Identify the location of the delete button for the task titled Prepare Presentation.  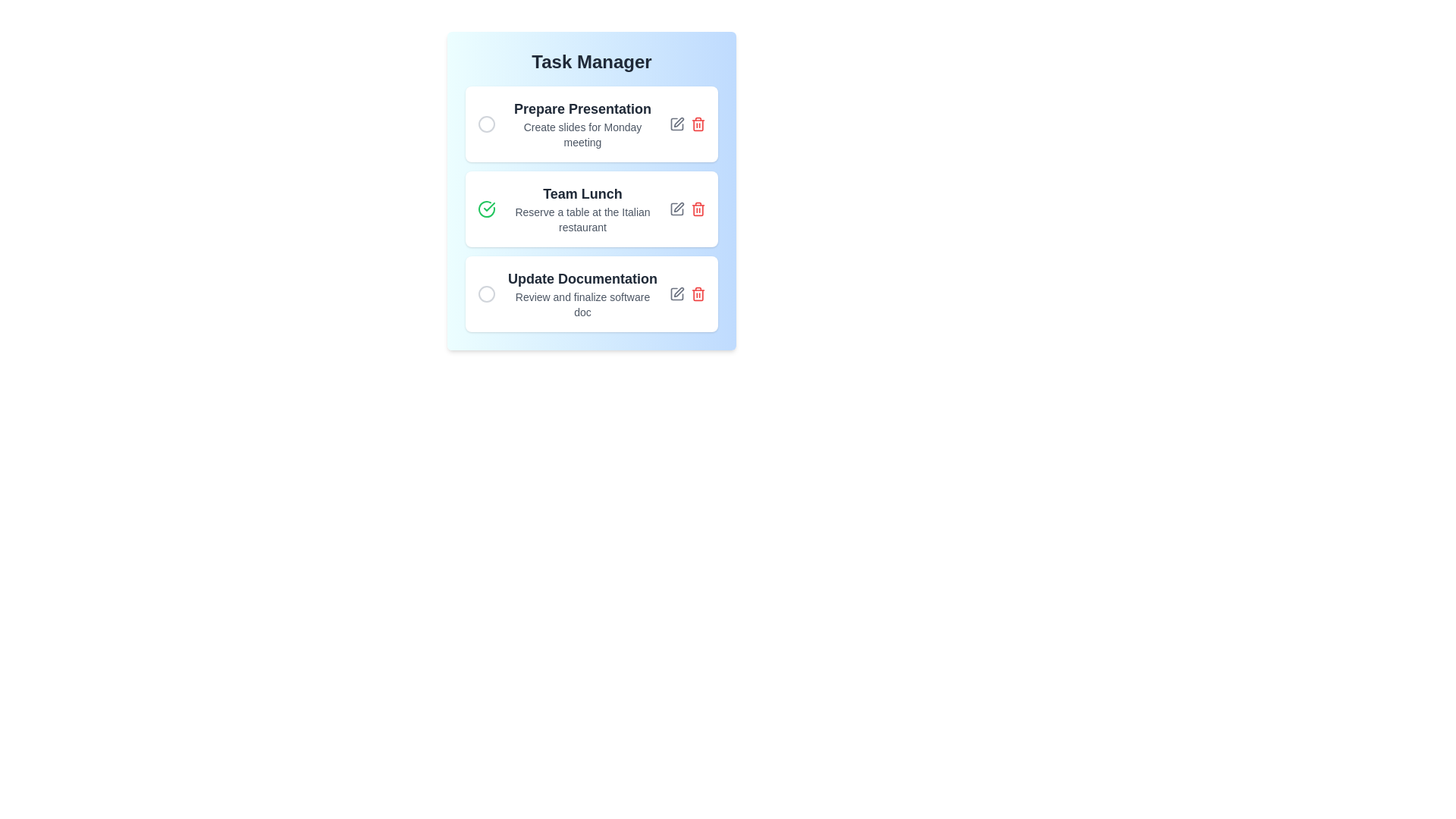
(698, 124).